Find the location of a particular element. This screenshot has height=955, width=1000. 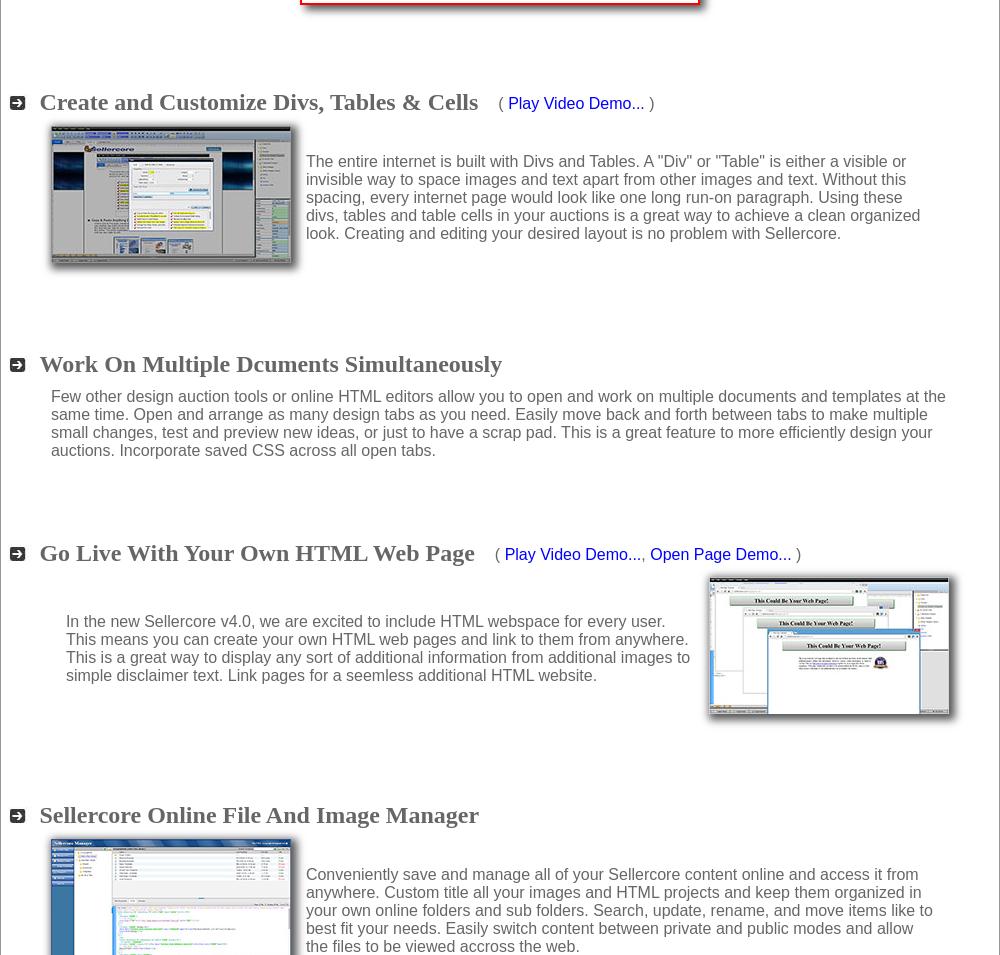

'Work On Multiple Dcuments Simultaneously' is located at coordinates (270, 361).